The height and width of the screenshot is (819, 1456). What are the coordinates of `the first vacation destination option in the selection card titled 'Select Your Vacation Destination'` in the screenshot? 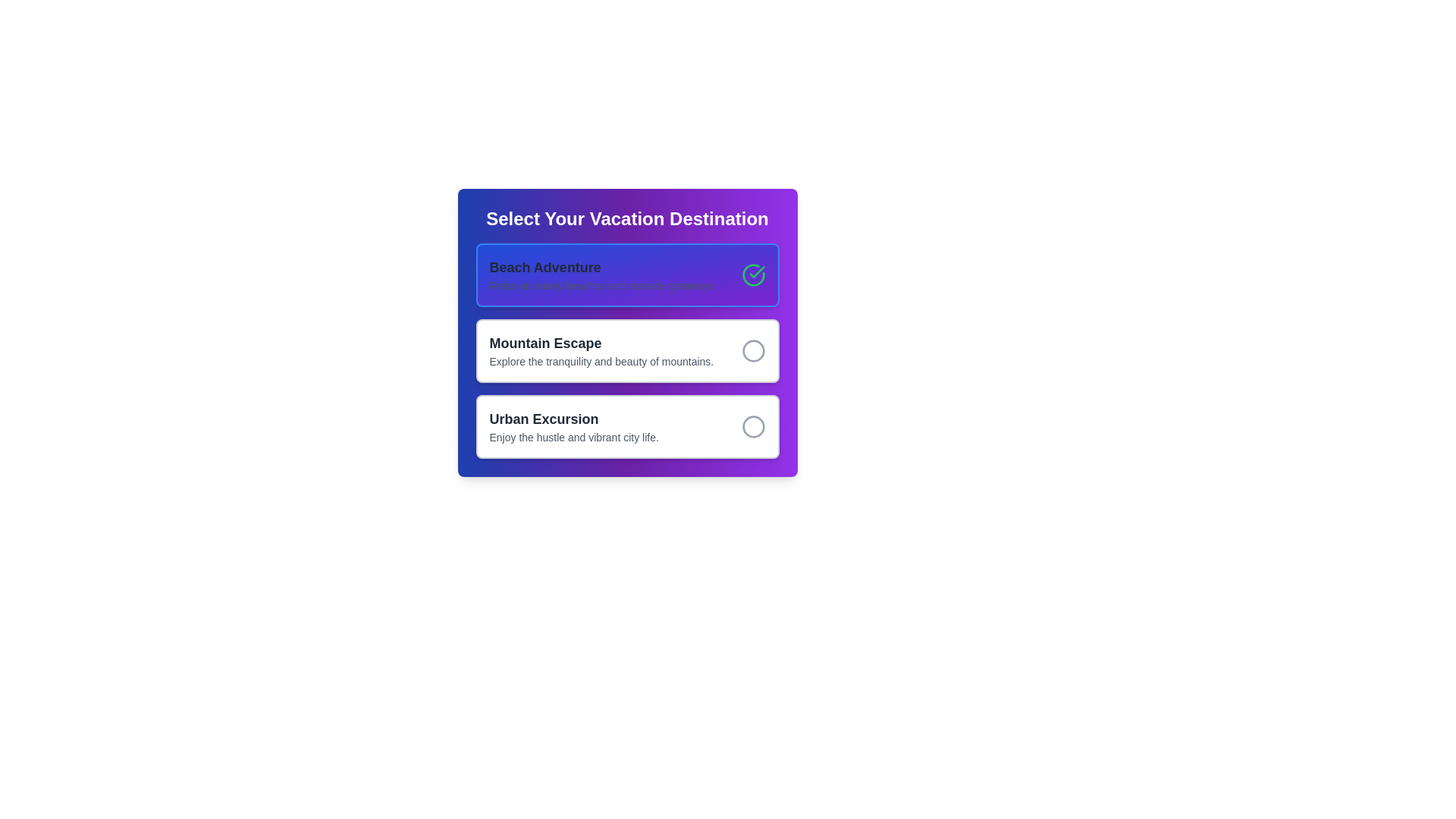 It's located at (602, 275).